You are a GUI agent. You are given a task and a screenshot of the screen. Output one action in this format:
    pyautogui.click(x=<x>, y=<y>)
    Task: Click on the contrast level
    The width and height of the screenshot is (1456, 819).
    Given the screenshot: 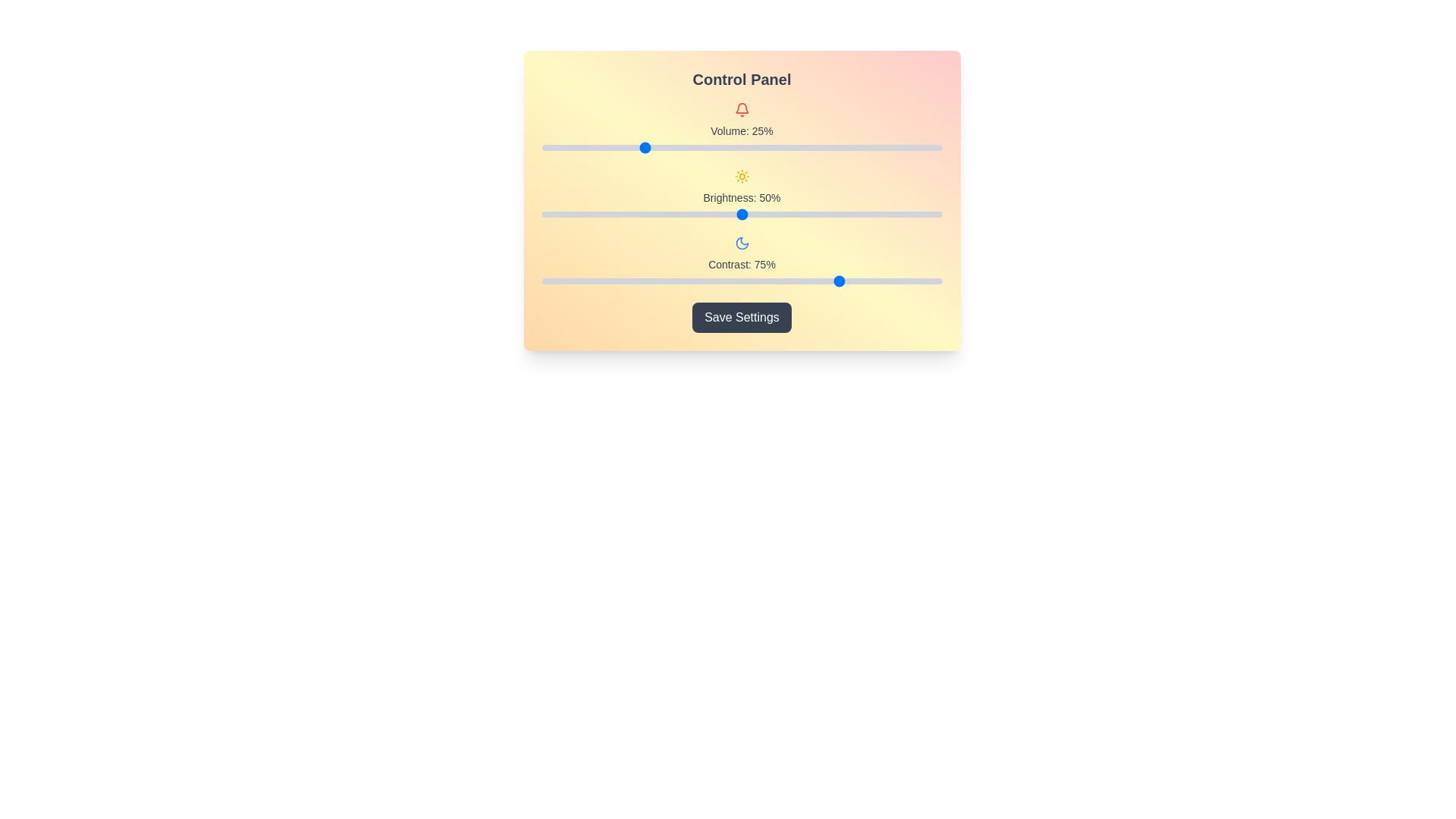 What is the action you would take?
    pyautogui.click(x=588, y=281)
    